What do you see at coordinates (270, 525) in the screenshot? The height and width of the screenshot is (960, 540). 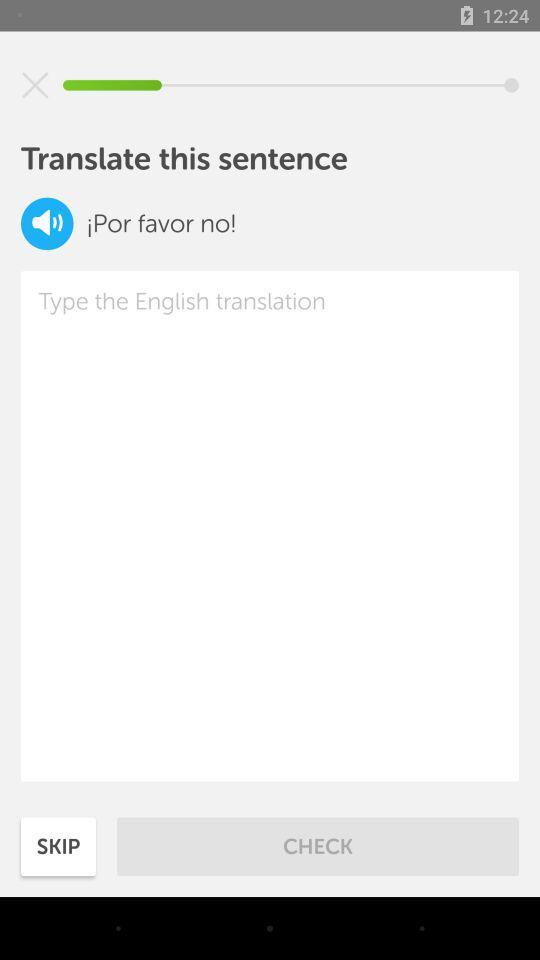 I see `the item at the center` at bounding box center [270, 525].